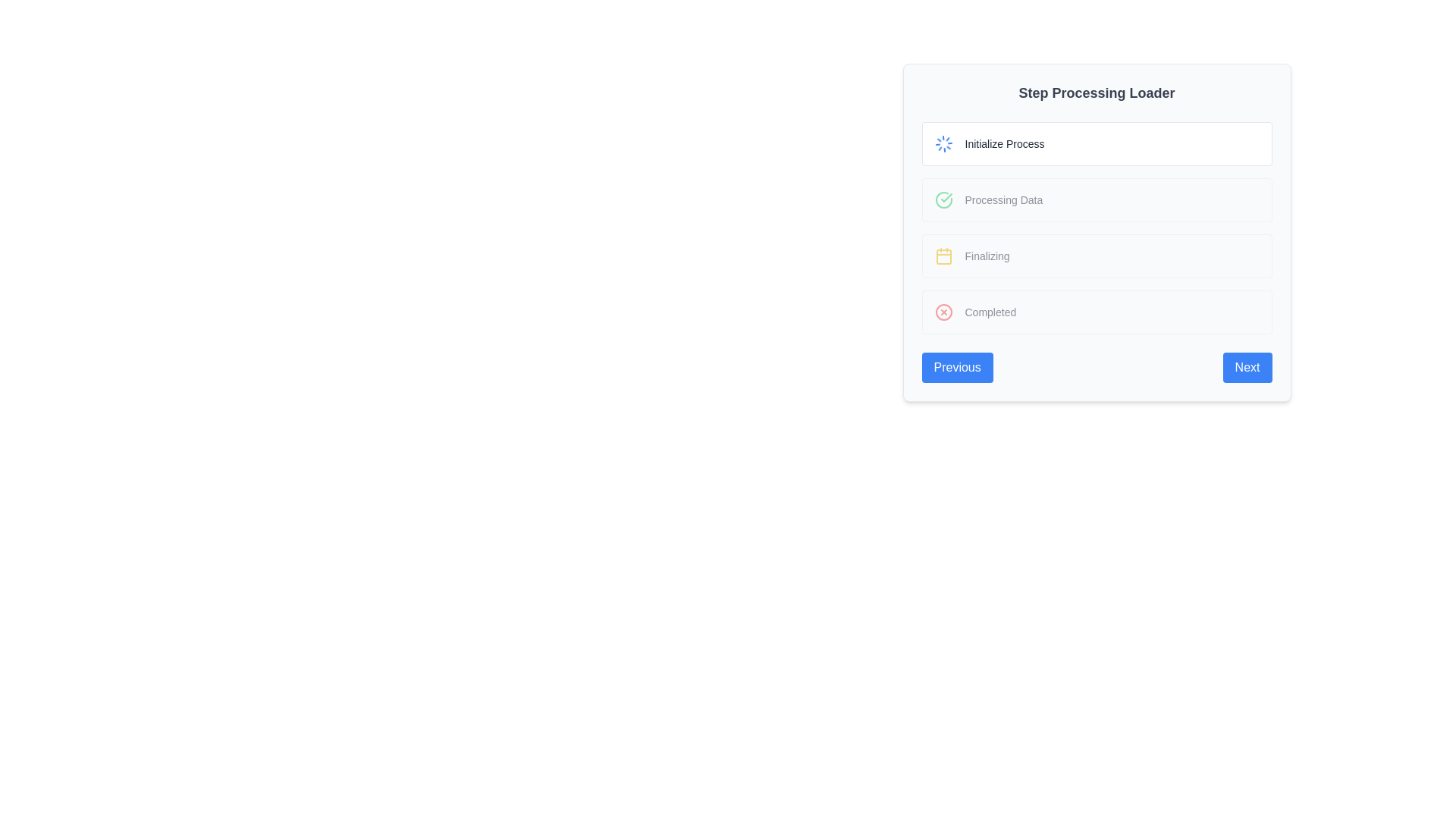 Image resolution: width=1456 pixels, height=819 pixels. I want to click on the blue 'Previous' button with white text located near the bottom-left of the 'Step Processing Loader' dialog box, so click(956, 368).